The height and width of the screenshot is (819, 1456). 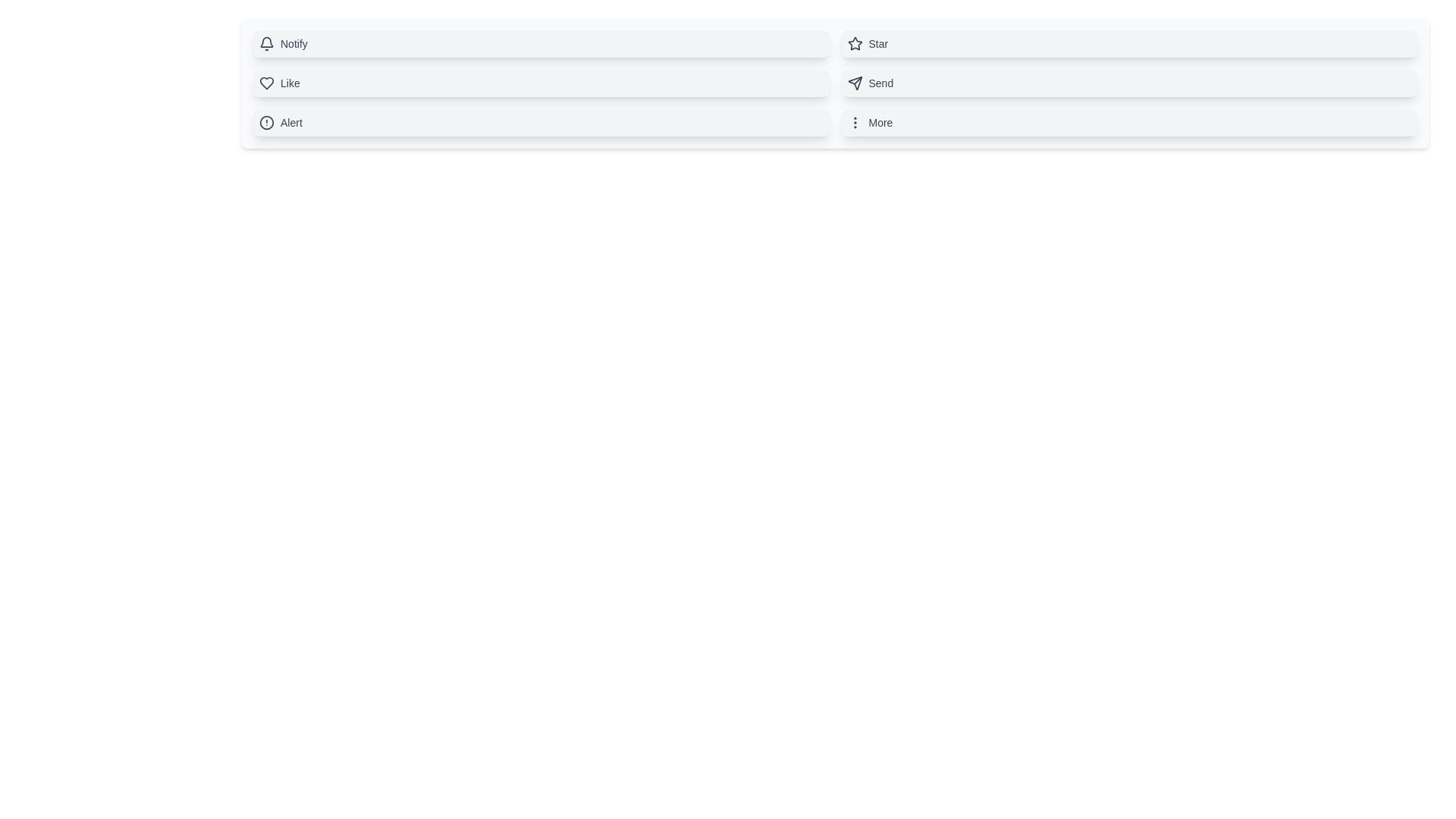 I want to click on the heart icon representing the 'Like' or 'Favorite' function, which is located between the Notify icon and the Alert icon in the vertical list, so click(x=266, y=83).